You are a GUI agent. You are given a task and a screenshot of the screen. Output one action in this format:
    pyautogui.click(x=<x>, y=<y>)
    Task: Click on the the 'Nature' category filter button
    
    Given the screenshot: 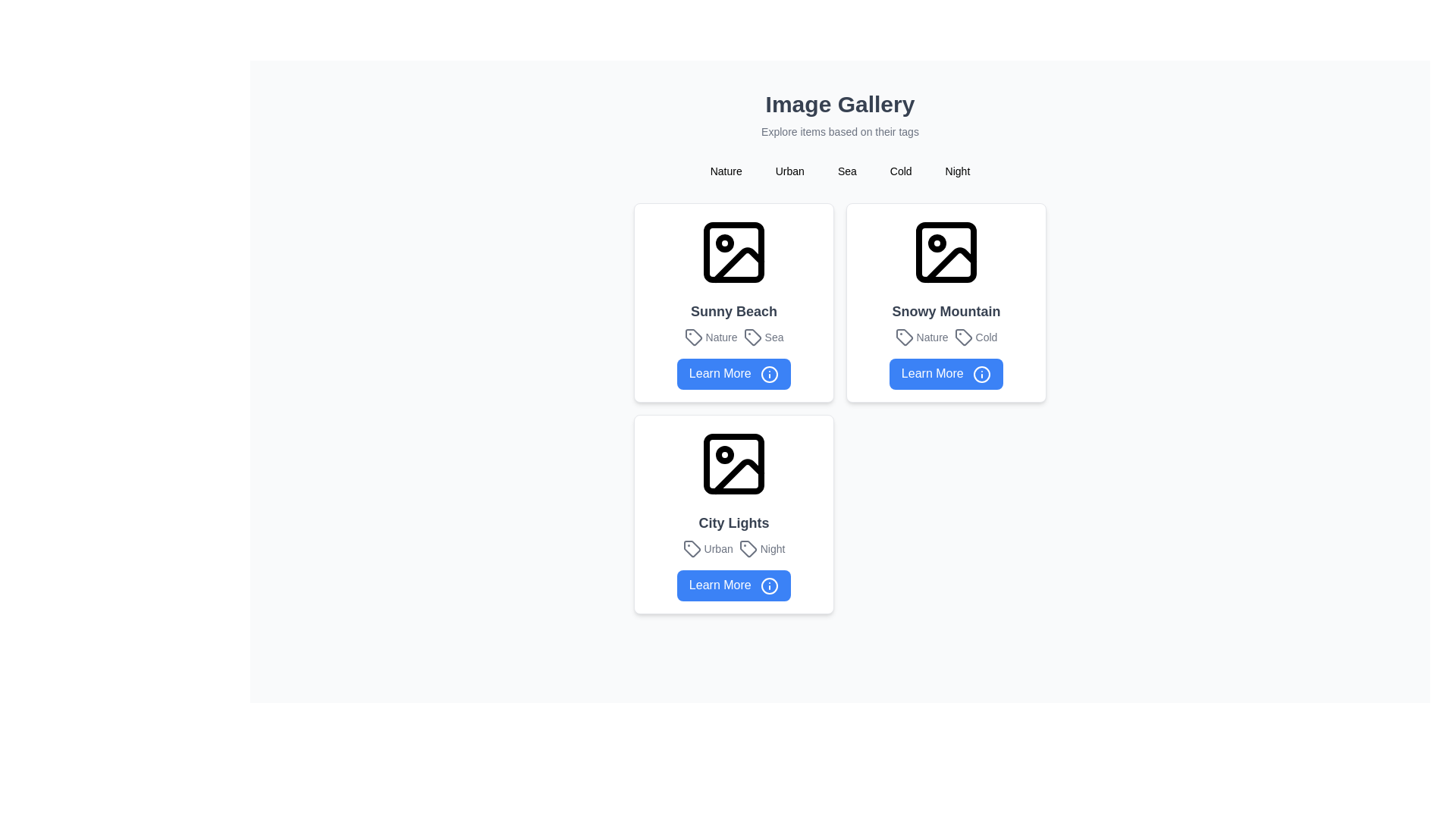 What is the action you would take?
    pyautogui.click(x=725, y=171)
    